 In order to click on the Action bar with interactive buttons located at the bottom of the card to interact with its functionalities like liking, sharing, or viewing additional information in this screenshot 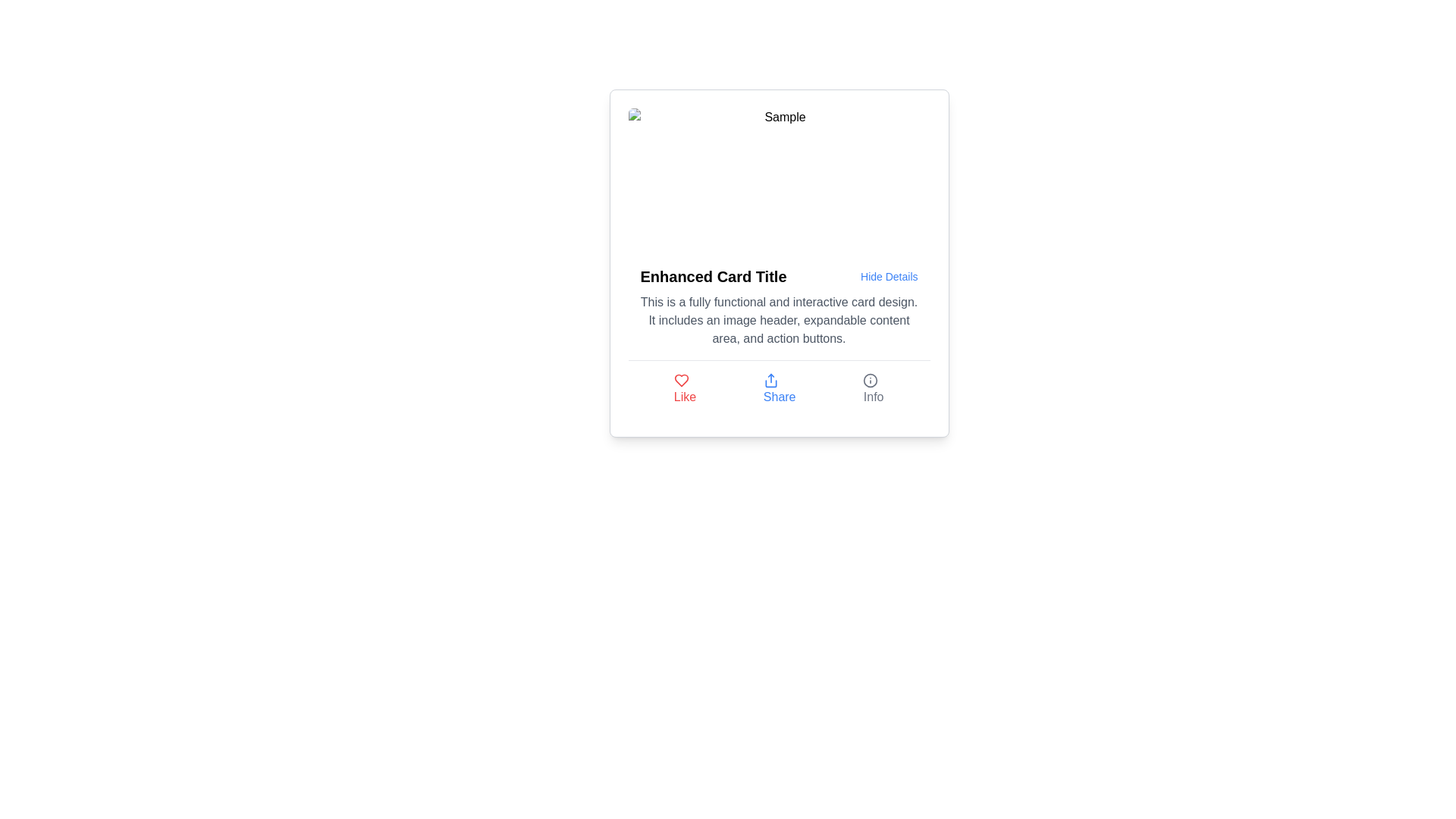, I will do `click(779, 388)`.